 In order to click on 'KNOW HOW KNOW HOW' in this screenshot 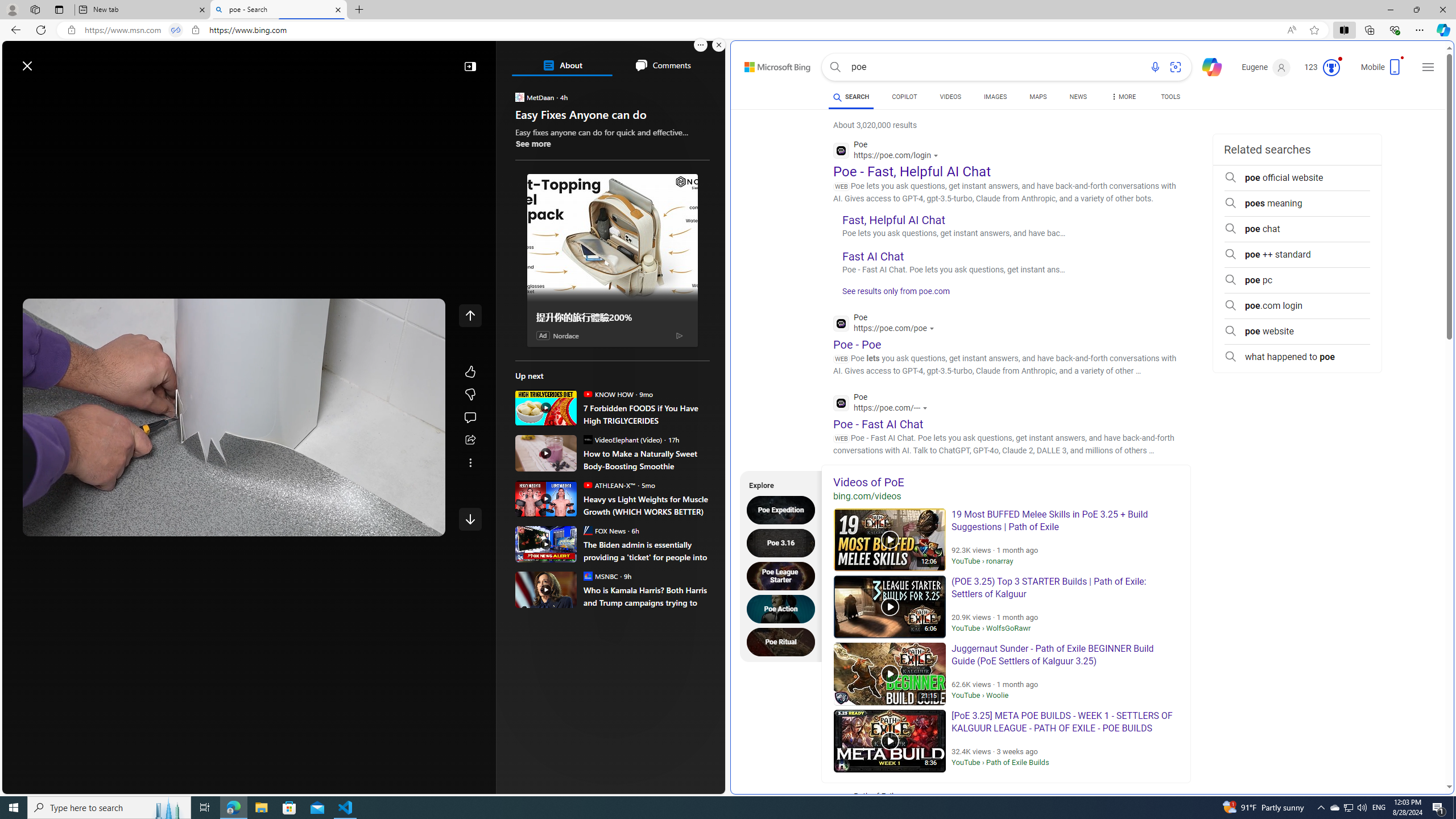, I will do `click(607, 394)`.